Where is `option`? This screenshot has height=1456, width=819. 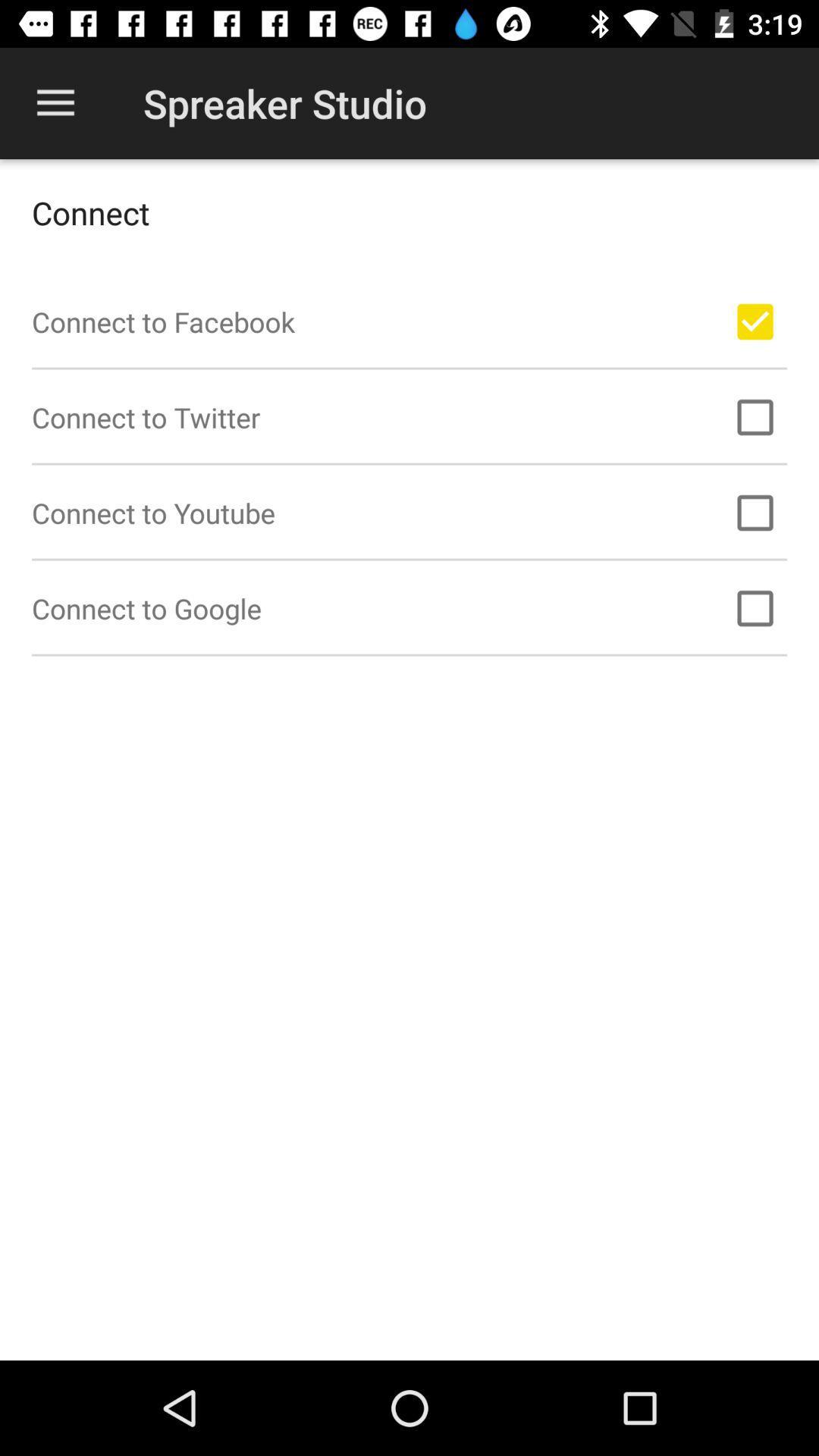
option is located at coordinates (755, 321).